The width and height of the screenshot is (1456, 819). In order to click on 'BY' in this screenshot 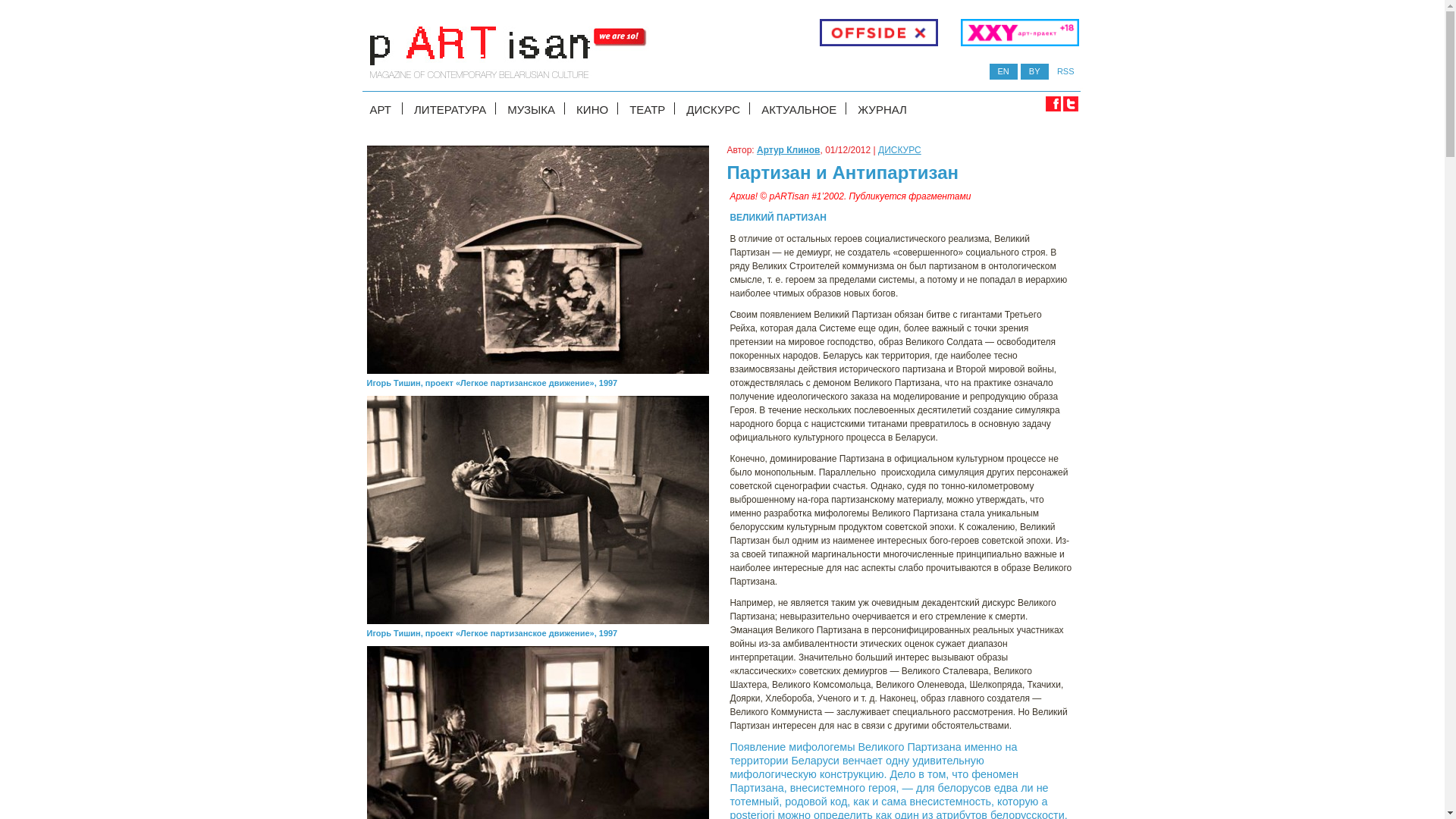, I will do `click(1034, 71)`.